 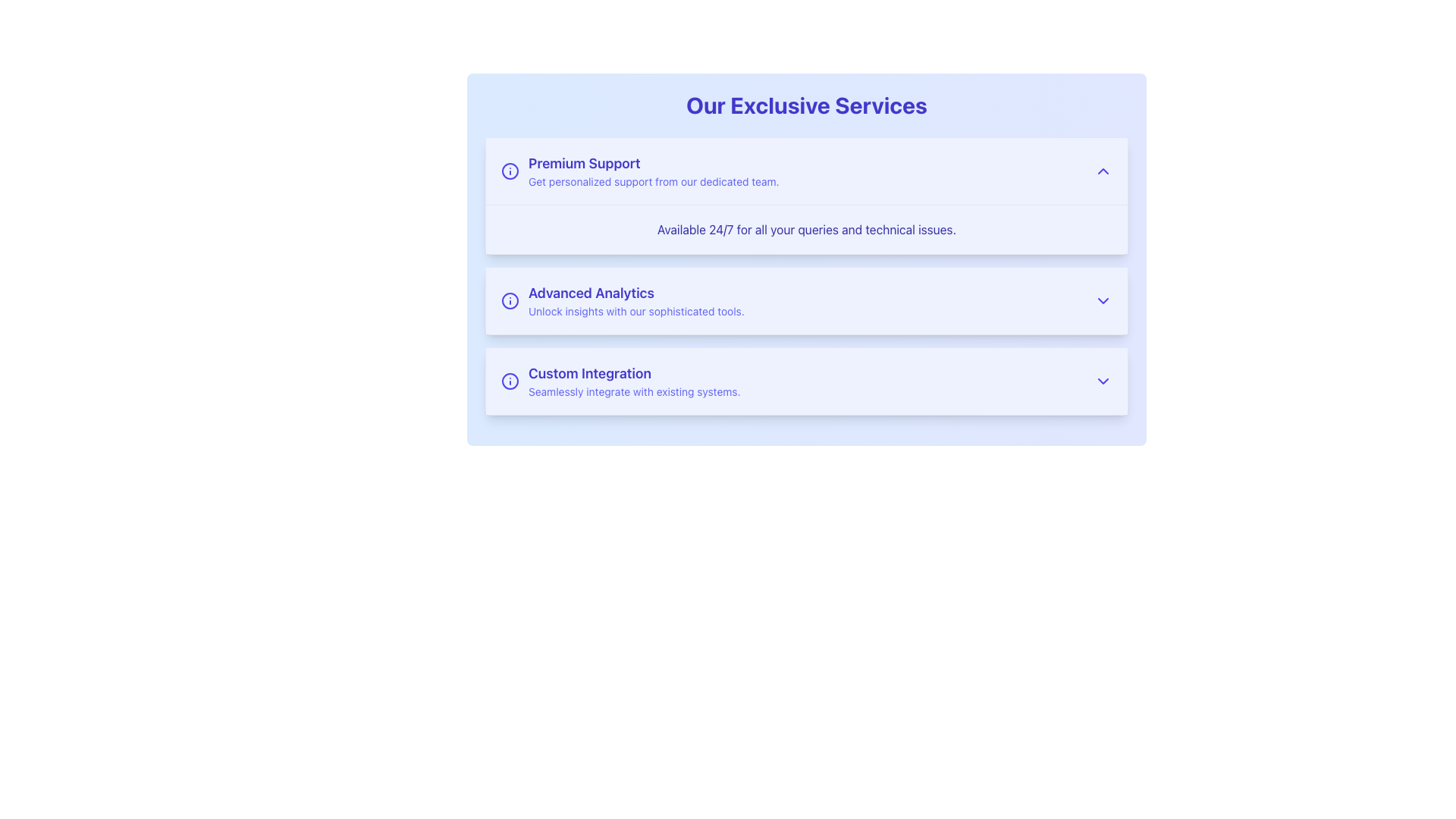 What do you see at coordinates (636, 293) in the screenshot?
I see `the bold text element reading 'Advanced Analytics' located above the subtitle 'Unlock insights with our sophisticated tools' in the card-like section under 'Our Exclusive Services'` at bounding box center [636, 293].